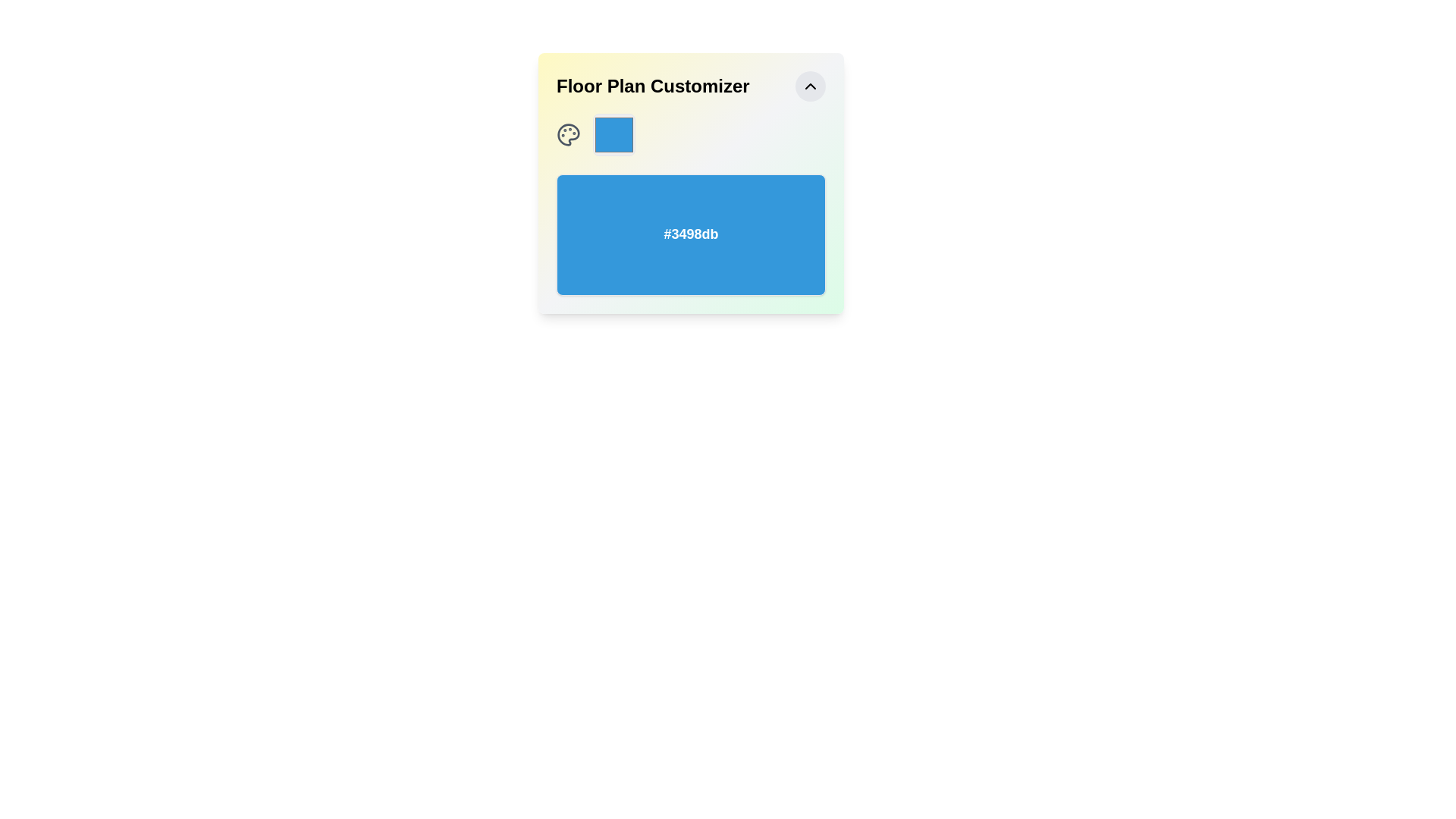 This screenshot has width=1456, height=819. I want to click on the toggle button in the top right corner of the header section labeled 'Floor Plan Customizer' to observe the hover effect, so click(810, 86).